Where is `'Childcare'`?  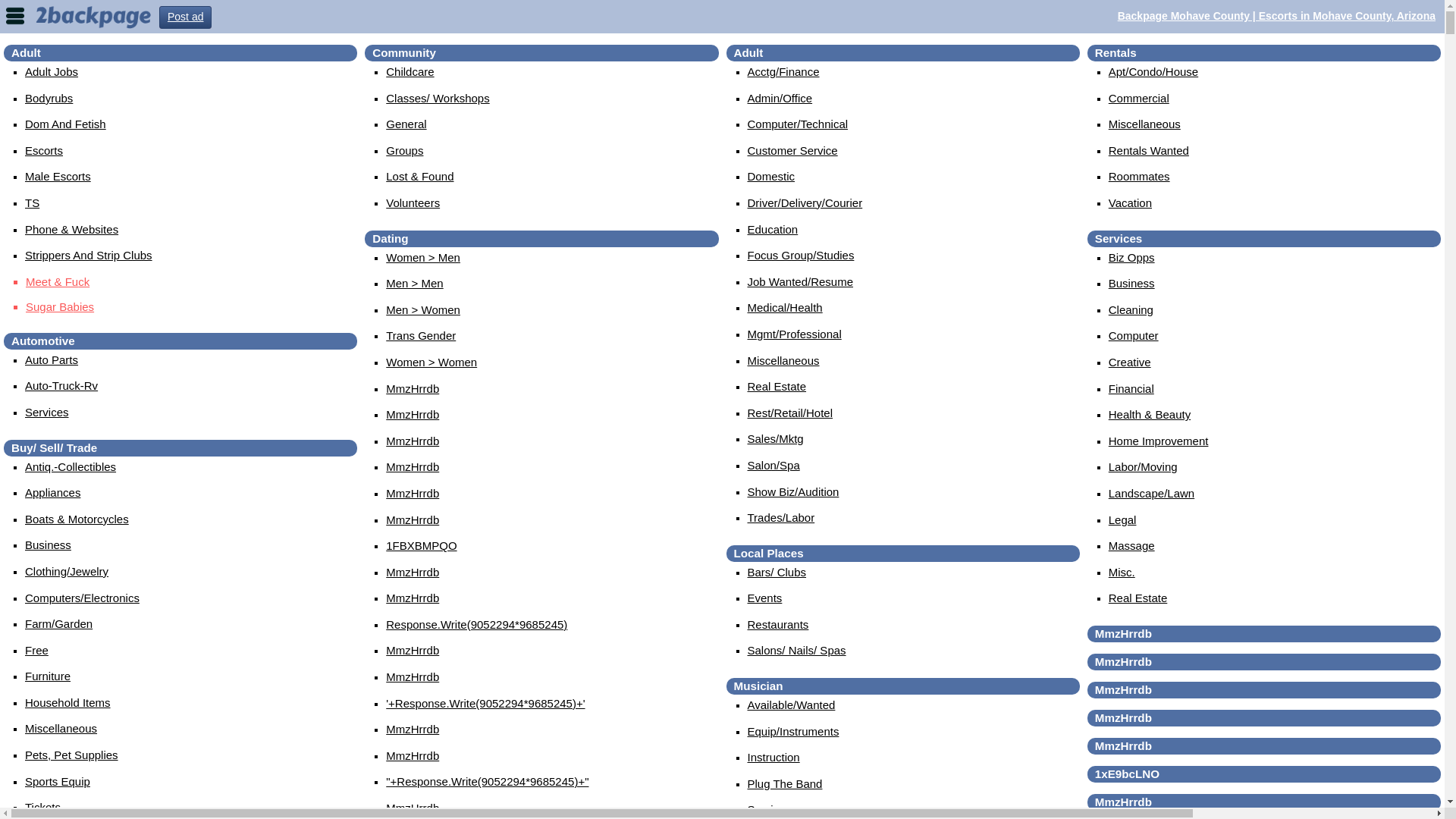 'Childcare' is located at coordinates (409, 71).